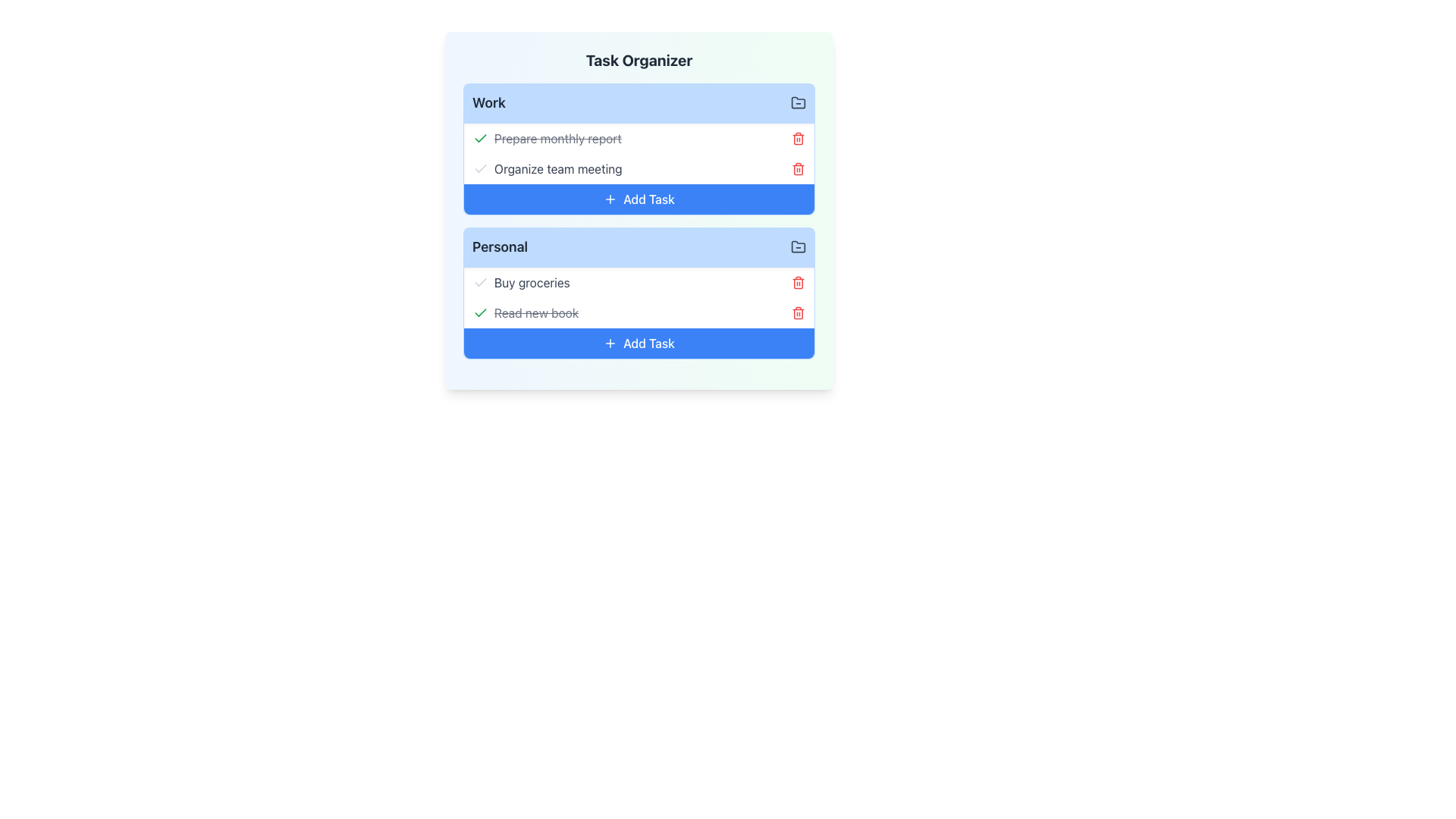  Describe the element at coordinates (610, 198) in the screenshot. I see `the icon located in the center of the 'Add Task' button within the 'Work' category section` at that location.